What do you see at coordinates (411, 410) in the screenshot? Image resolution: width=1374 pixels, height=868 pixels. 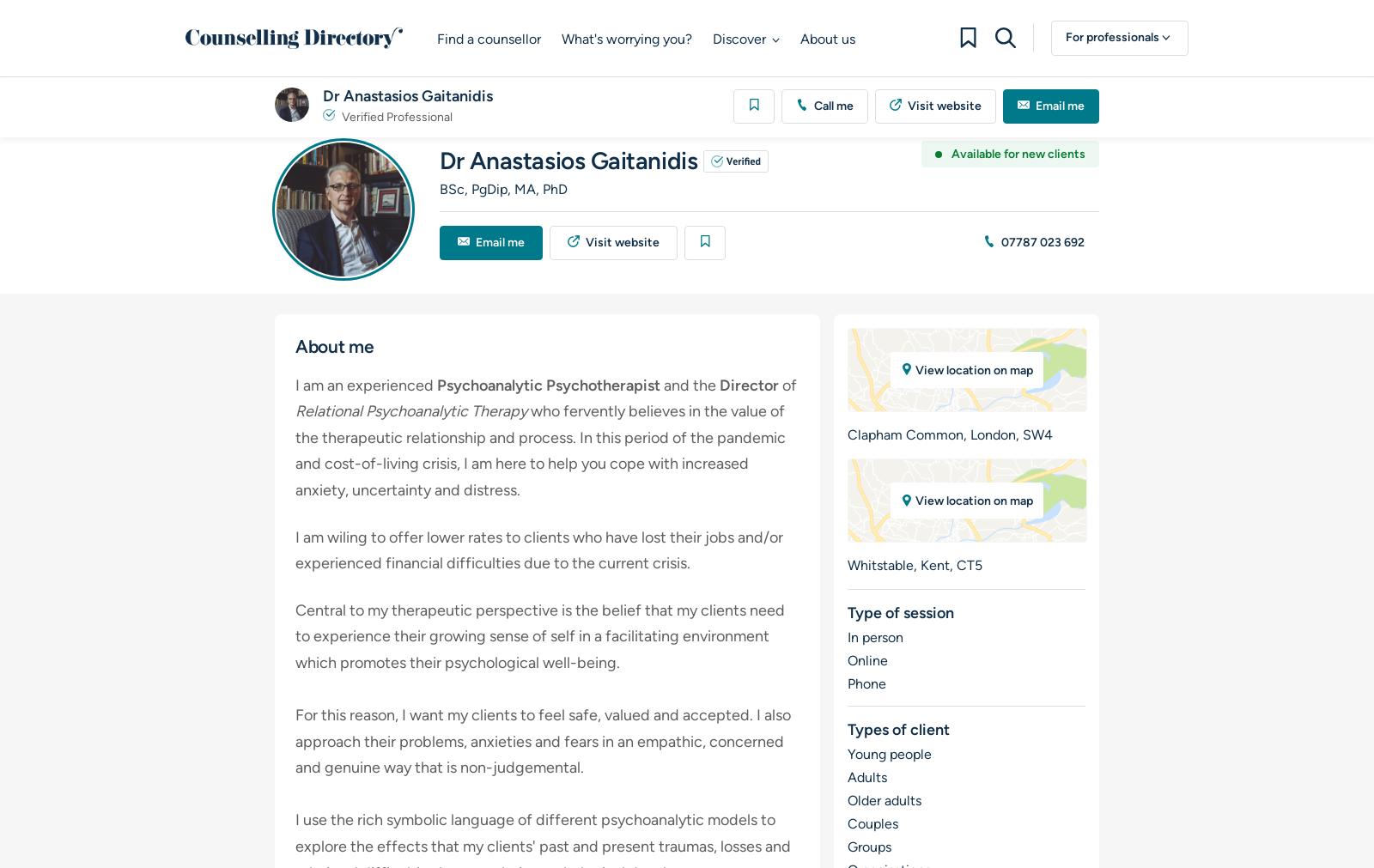 I see `'Relational Psychoanalytic Therapy'` at bounding box center [411, 410].